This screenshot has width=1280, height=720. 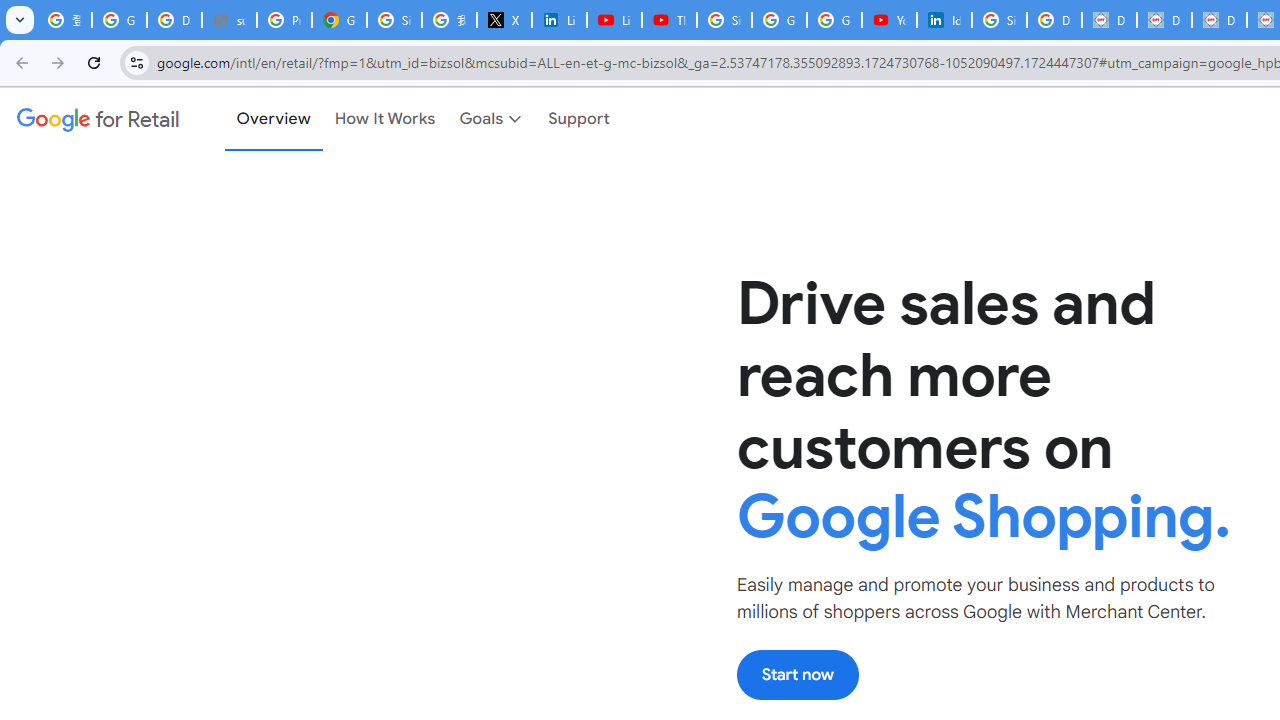 What do you see at coordinates (385, 119) in the screenshot?
I see `'How It Works'` at bounding box center [385, 119].